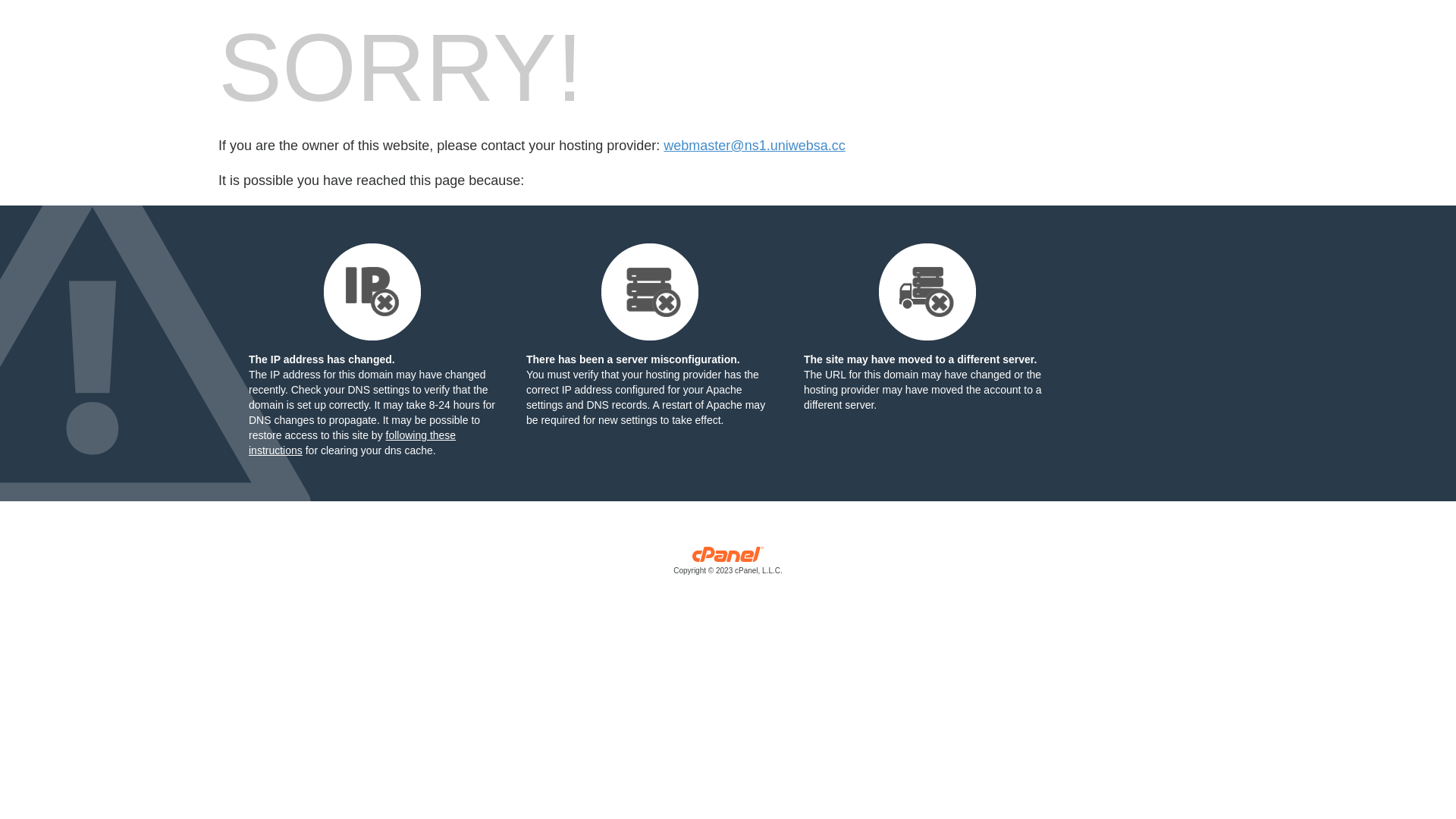 The height and width of the screenshot is (819, 1456). I want to click on 'webmaster@ns1.uniwebsa.cc', so click(663, 146).